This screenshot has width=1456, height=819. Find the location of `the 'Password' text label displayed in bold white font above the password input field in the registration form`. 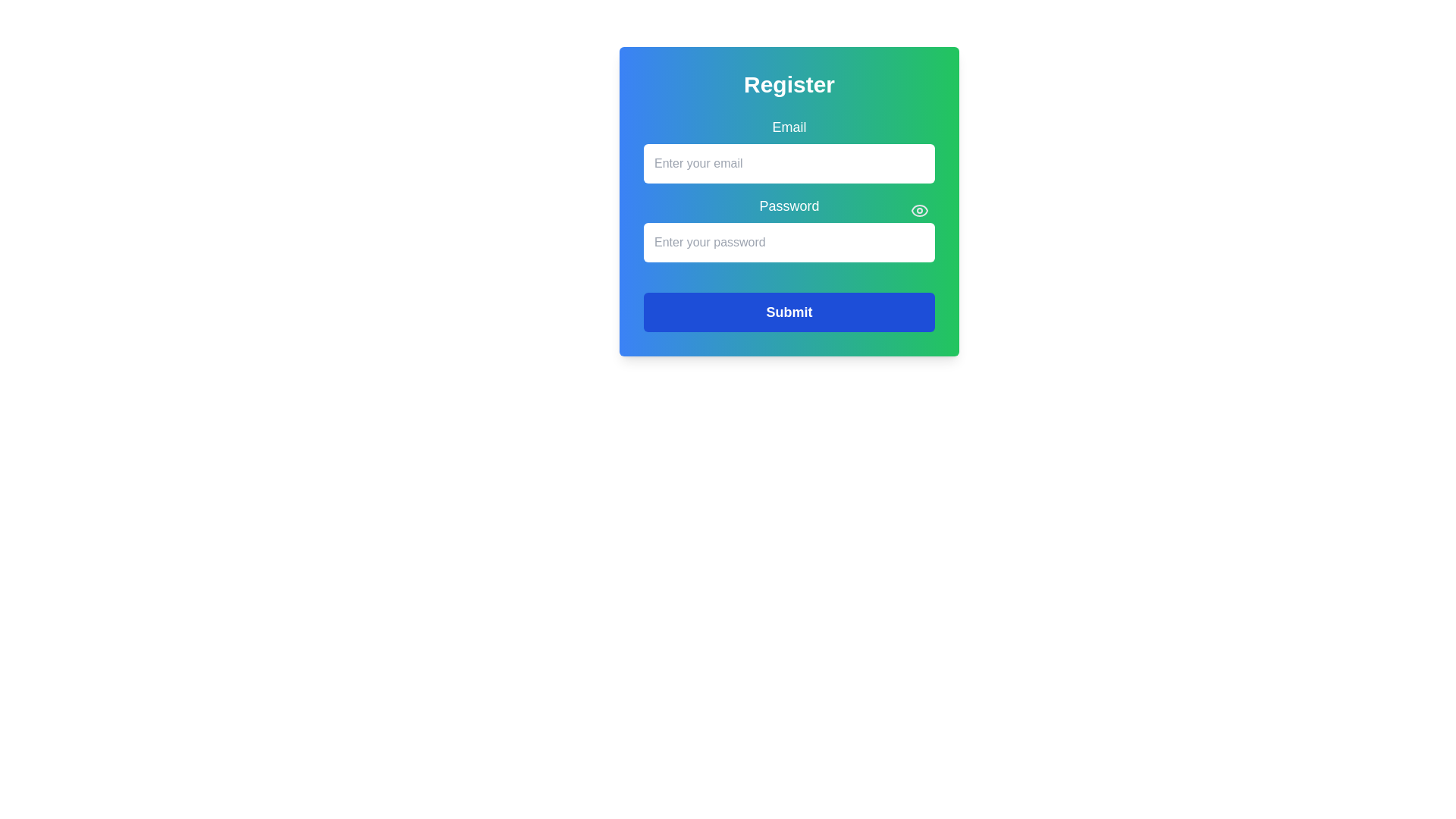

the 'Password' text label displayed in bold white font above the password input field in the registration form is located at coordinates (789, 206).